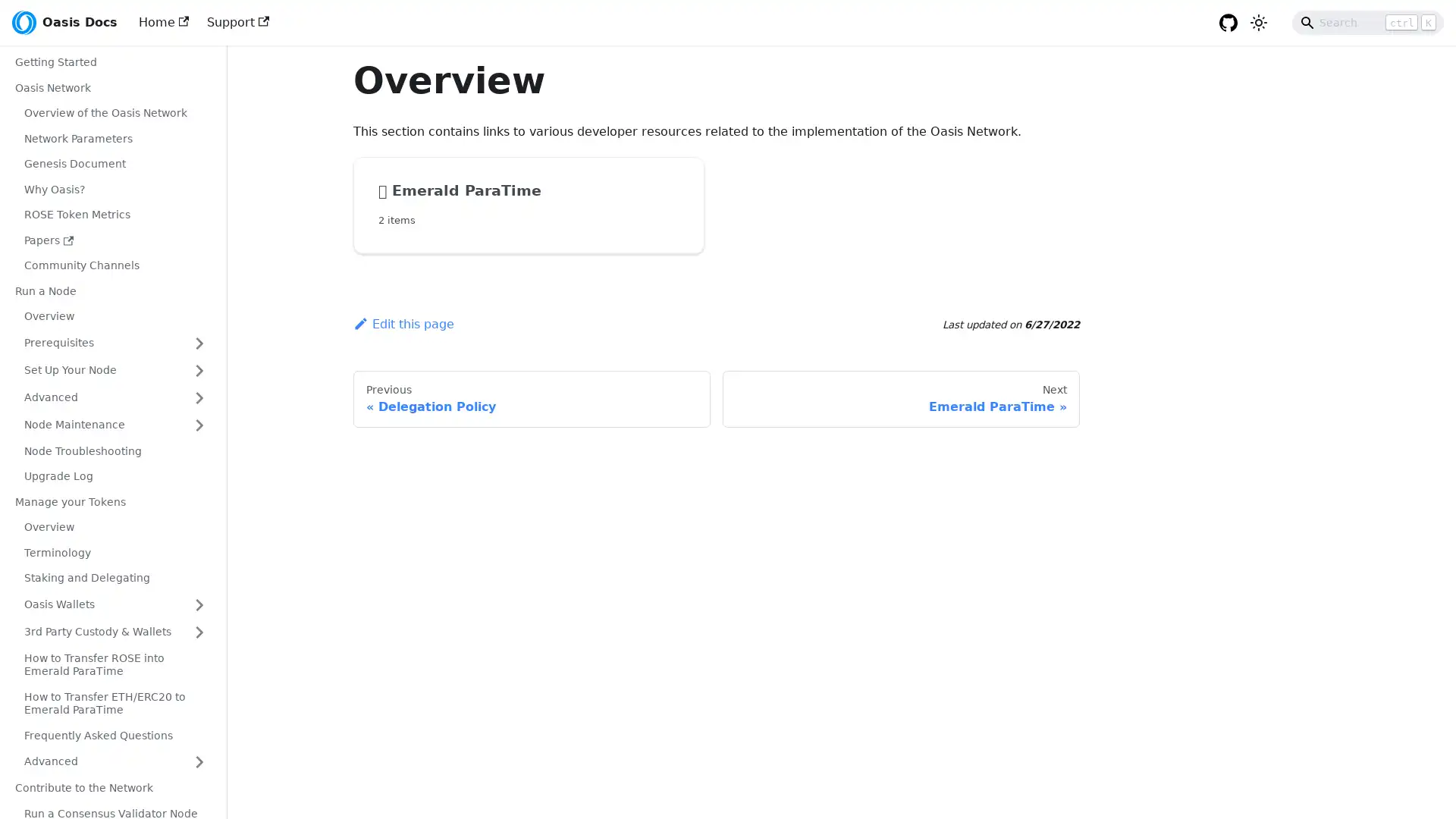 This screenshot has width=1456, height=819. What do you see at coordinates (199, 632) in the screenshot?
I see `Toggle the collapsible sidebar category '3rd Party Custody & Wallets'` at bounding box center [199, 632].